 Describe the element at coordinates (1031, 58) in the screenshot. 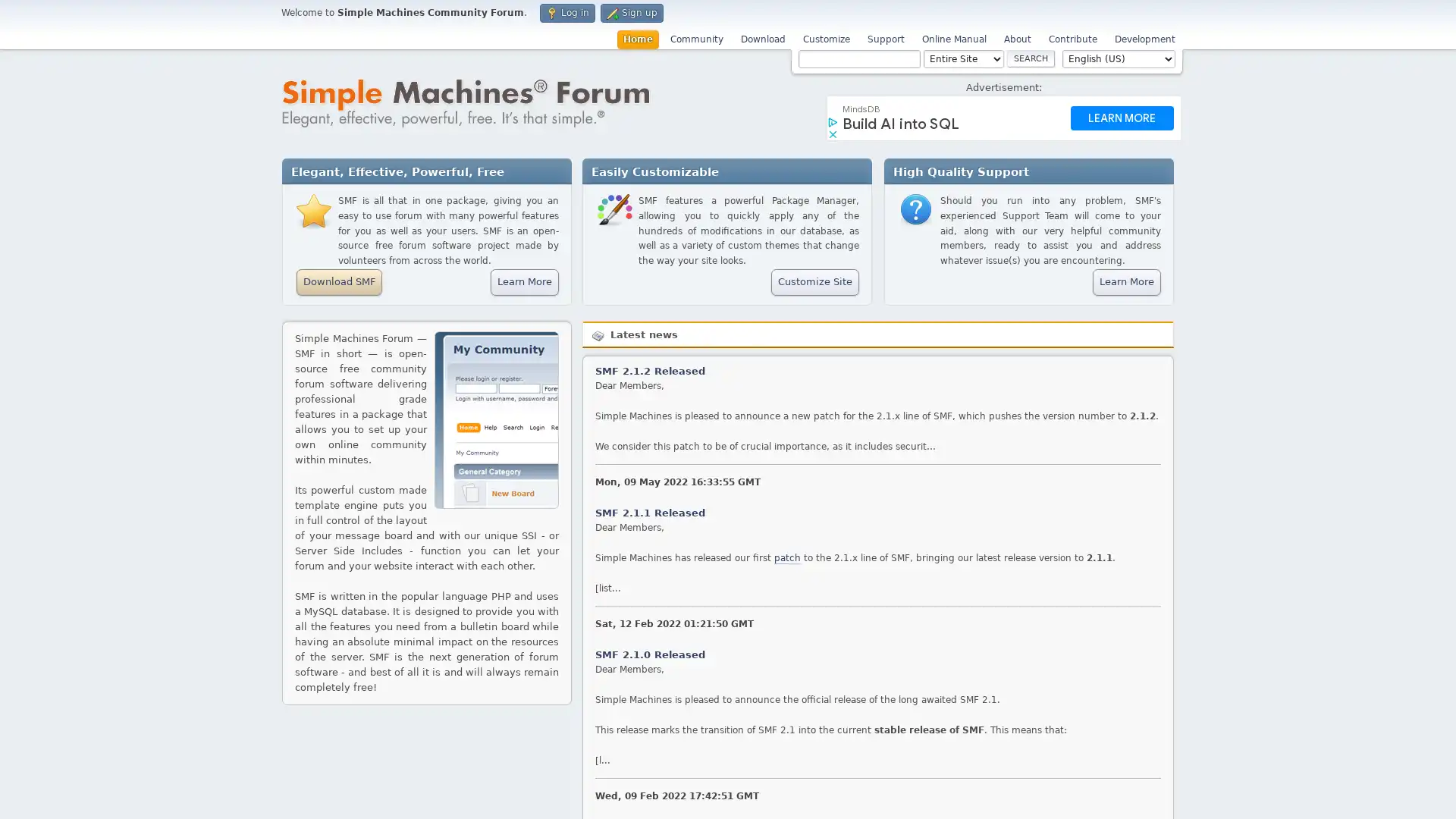

I see `SEARCH` at that location.